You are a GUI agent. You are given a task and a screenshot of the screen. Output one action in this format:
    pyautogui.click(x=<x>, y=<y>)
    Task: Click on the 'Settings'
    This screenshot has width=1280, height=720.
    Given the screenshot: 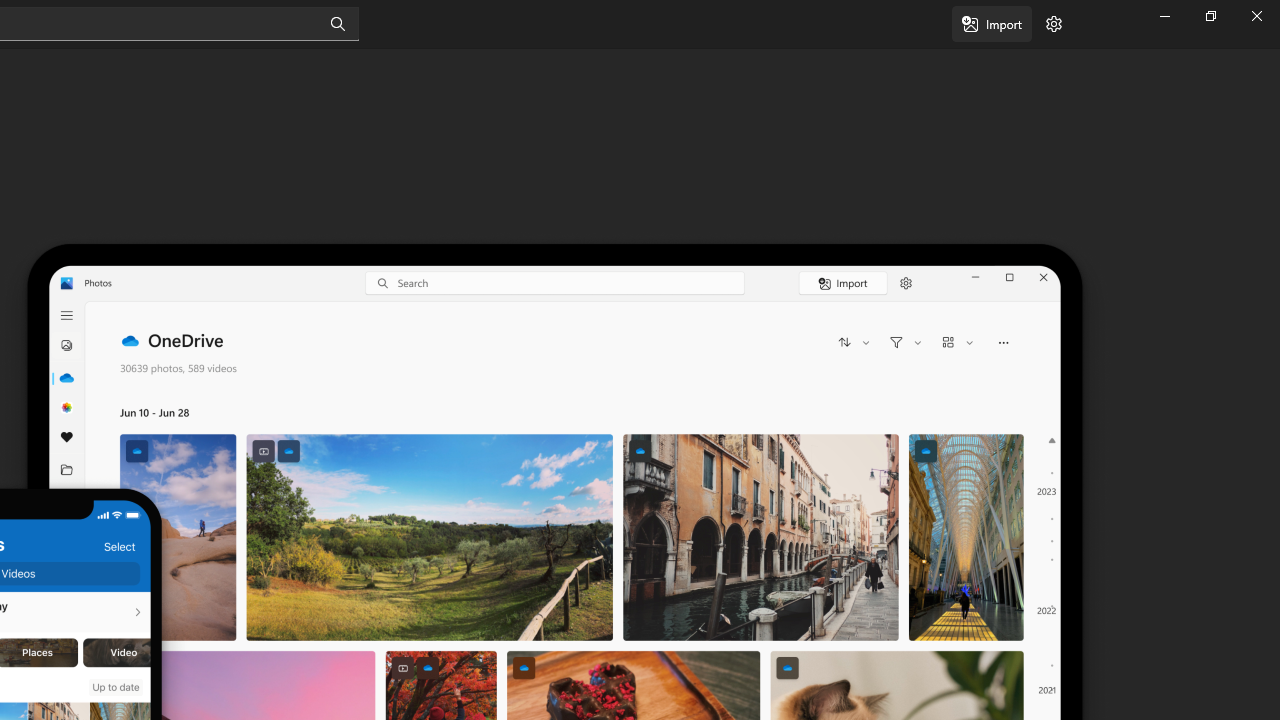 What is the action you would take?
    pyautogui.click(x=1053, y=24)
    